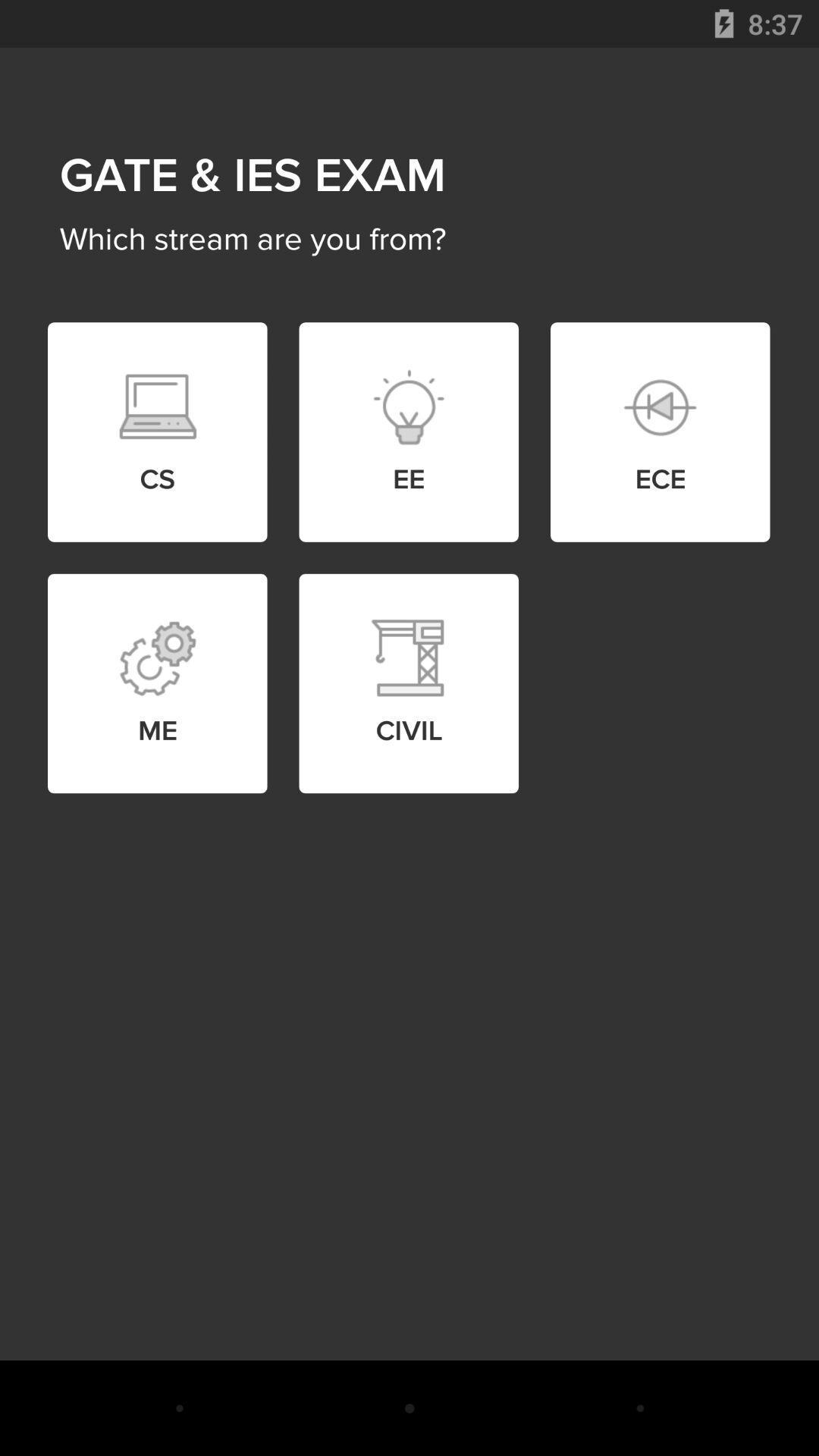 Image resolution: width=819 pixels, height=1456 pixels. What do you see at coordinates (157, 407) in the screenshot?
I see `the text that reads cs` at bounding box center [157, 407].